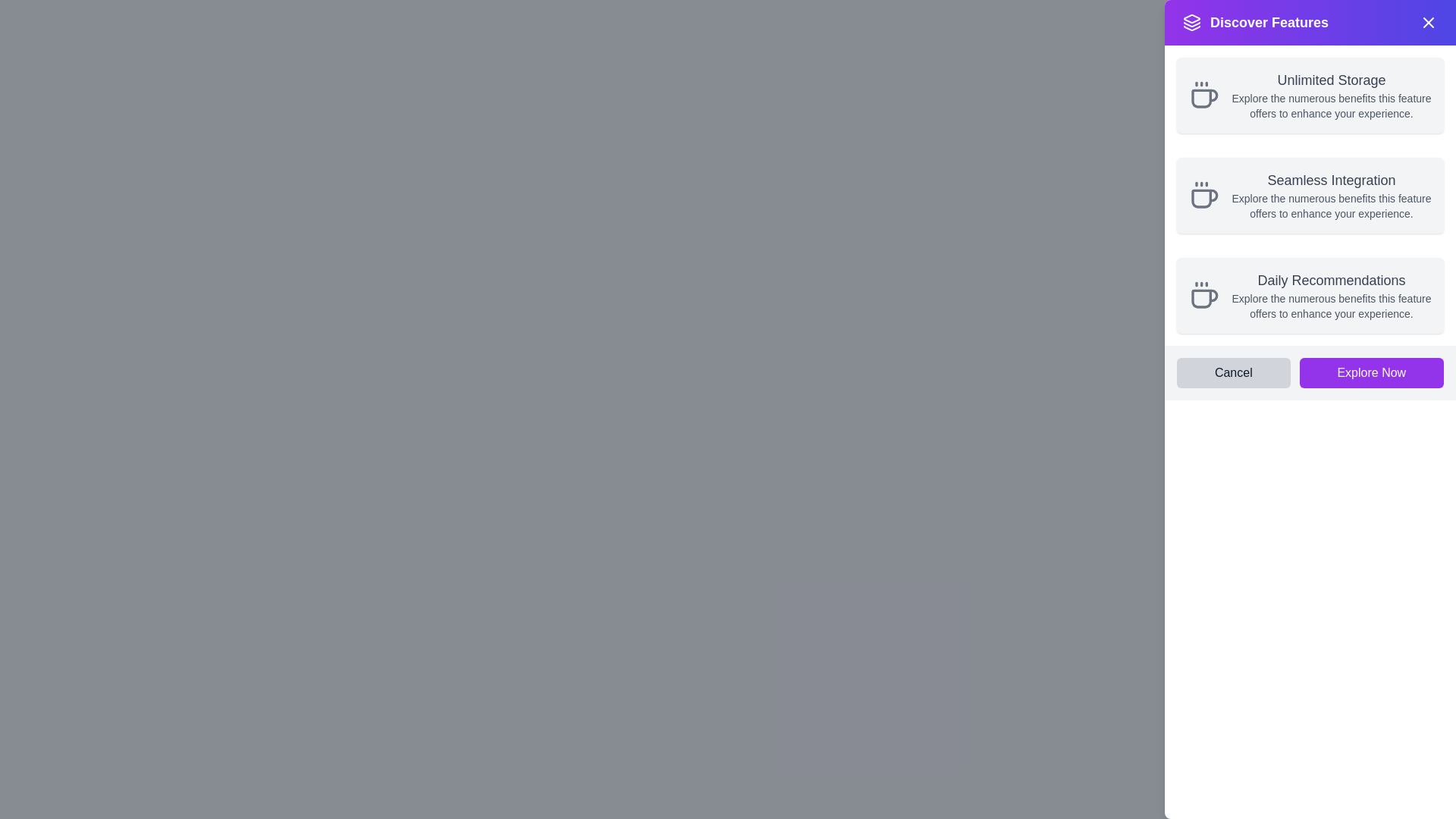 This screenshot has height=819, width=1456. What do you see at coordinates (1331, 80) in the screenshot?
I see `the static text label displaying 'Unlimited Storage', which is positioned below the heading 'Discover Features' and aligned to the right of an icon resembling a stack of aligned elements` at bounding box center [1331, 80].